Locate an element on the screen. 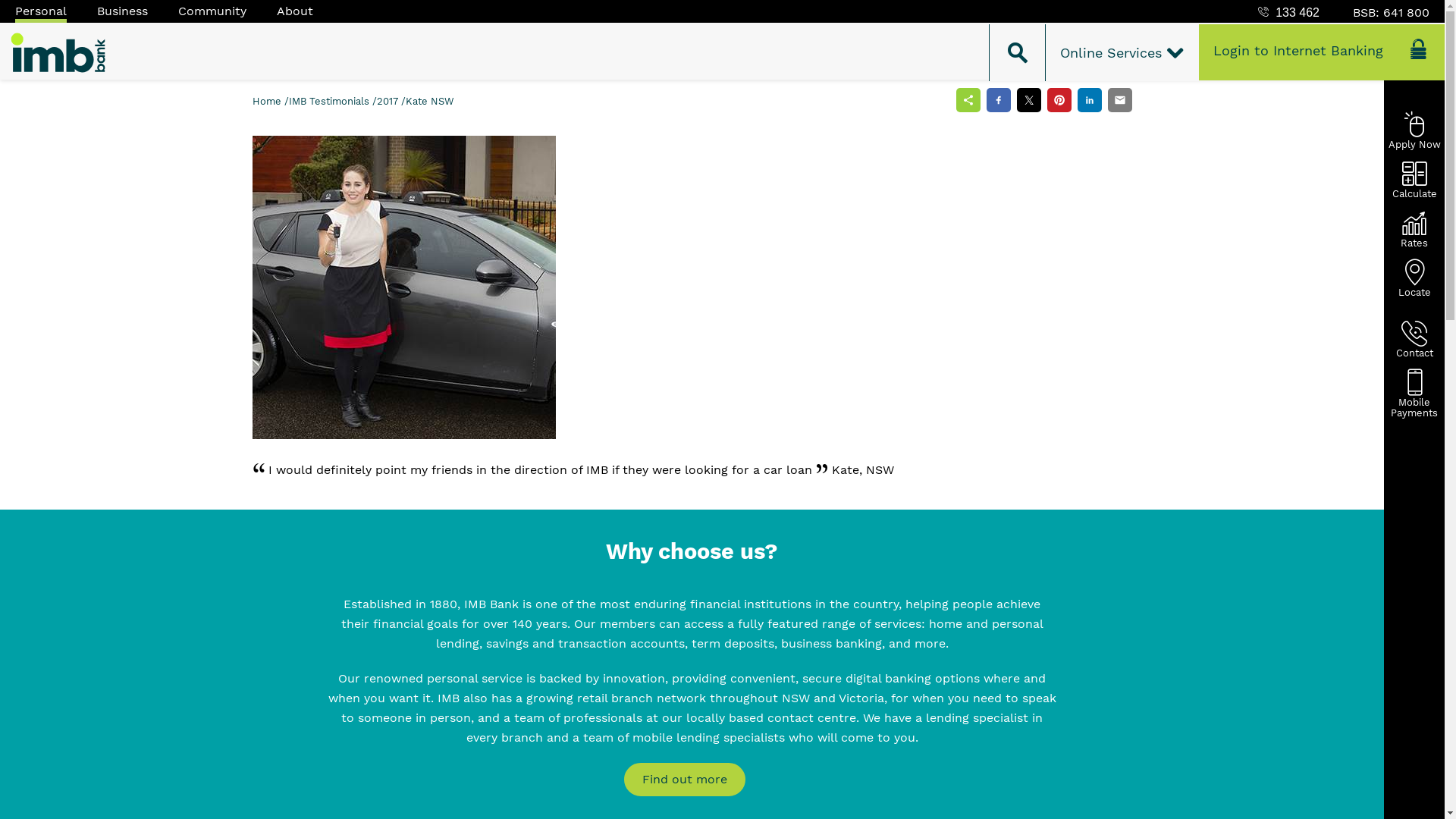 This screenshot has width=1456, height=819. 'Home' is located at coordinates (268, 101).